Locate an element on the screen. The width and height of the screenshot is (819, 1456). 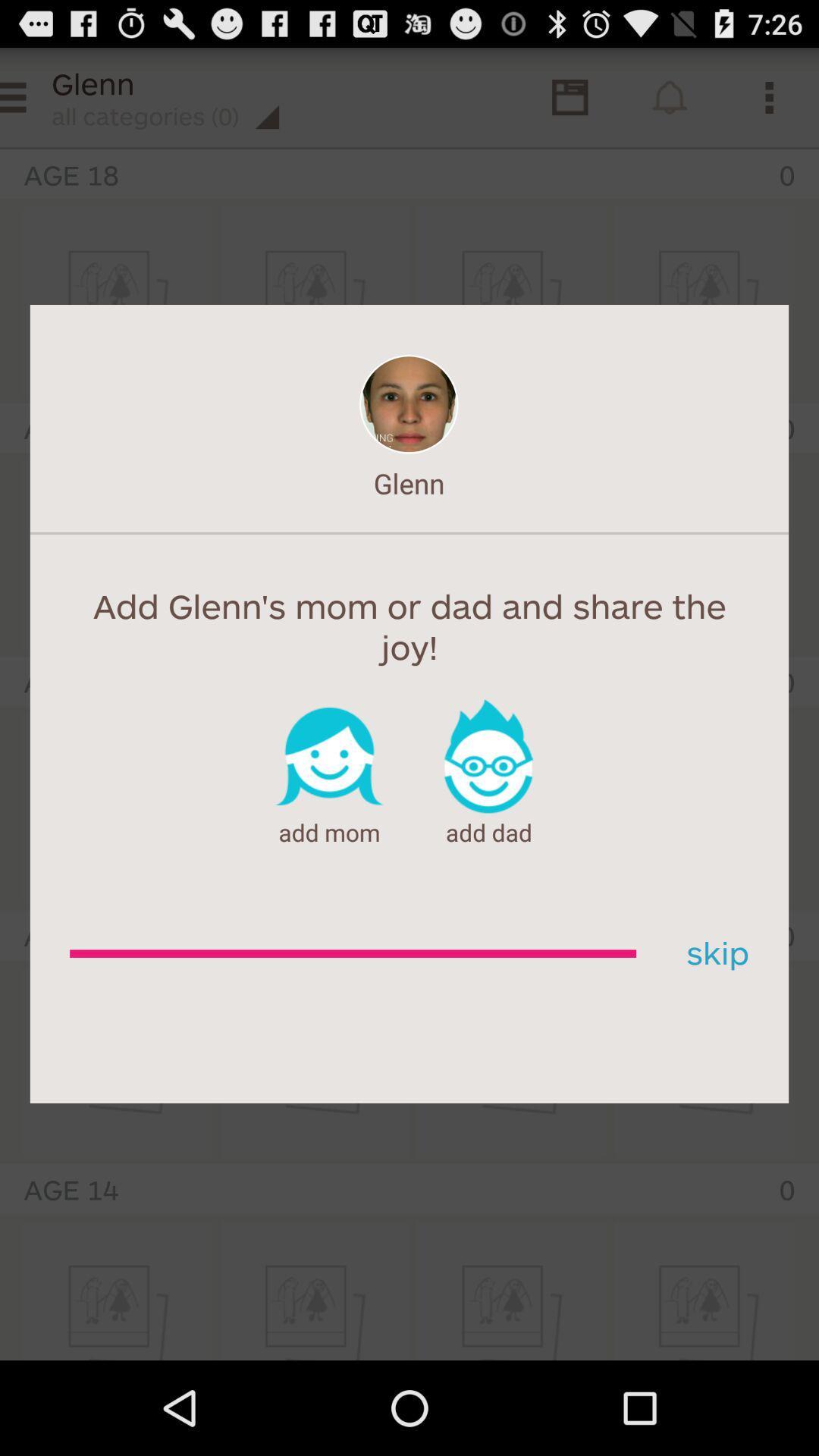
item on the right is located at coordinates (712, 953).